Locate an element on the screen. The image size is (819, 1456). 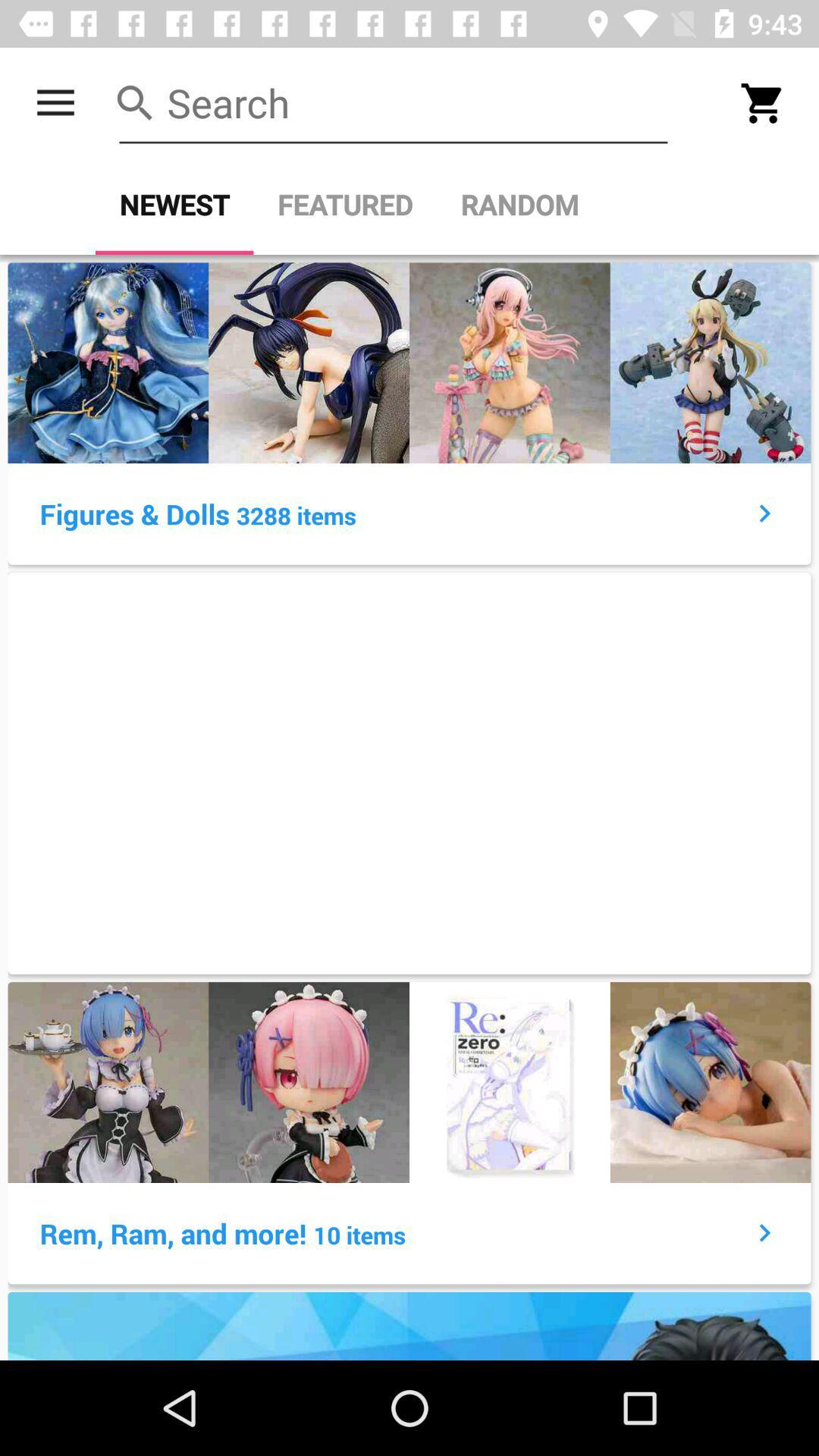
search bar is located at coordinates (393, 102).